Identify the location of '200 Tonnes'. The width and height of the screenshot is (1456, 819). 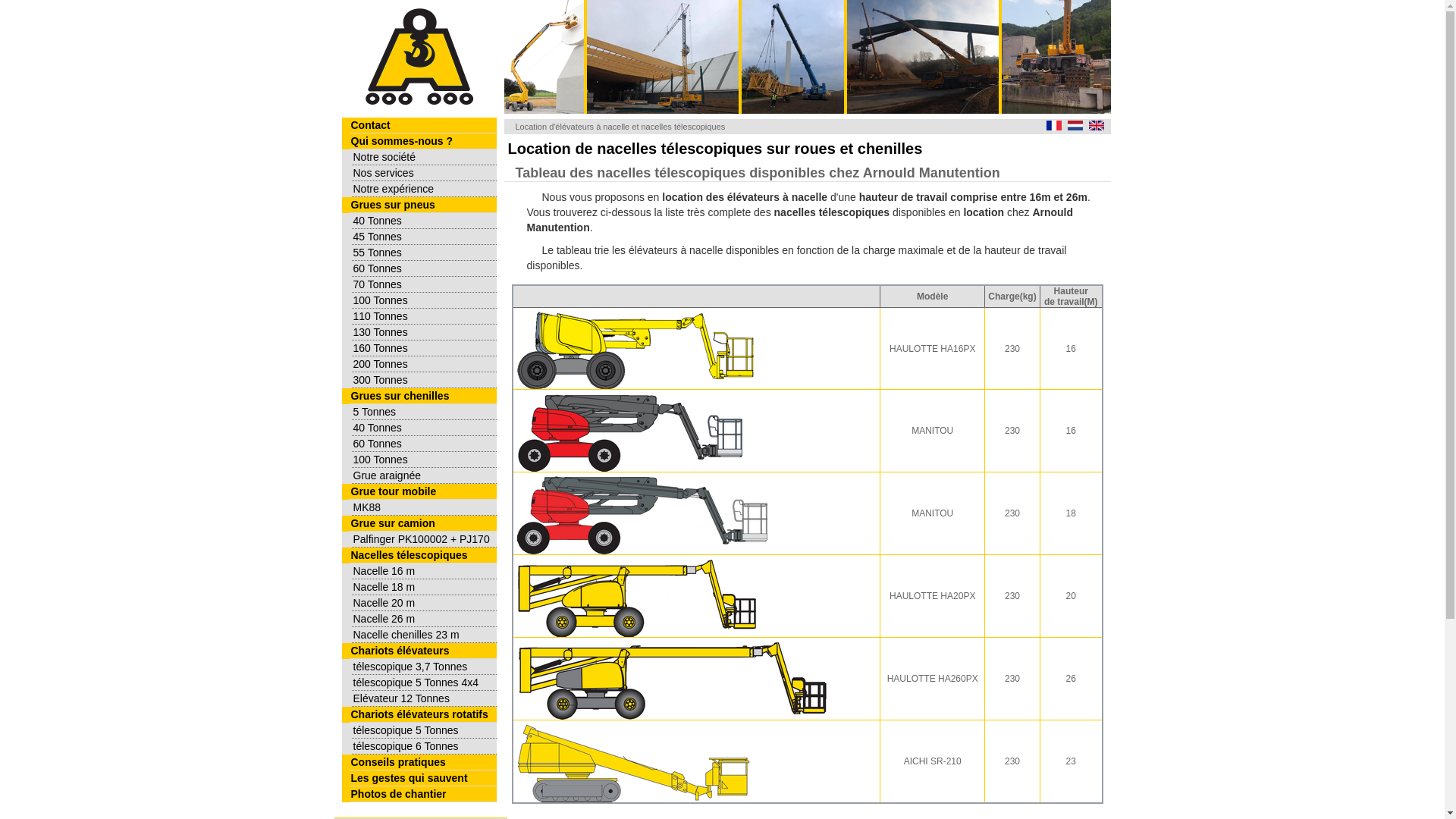
(351, 364).